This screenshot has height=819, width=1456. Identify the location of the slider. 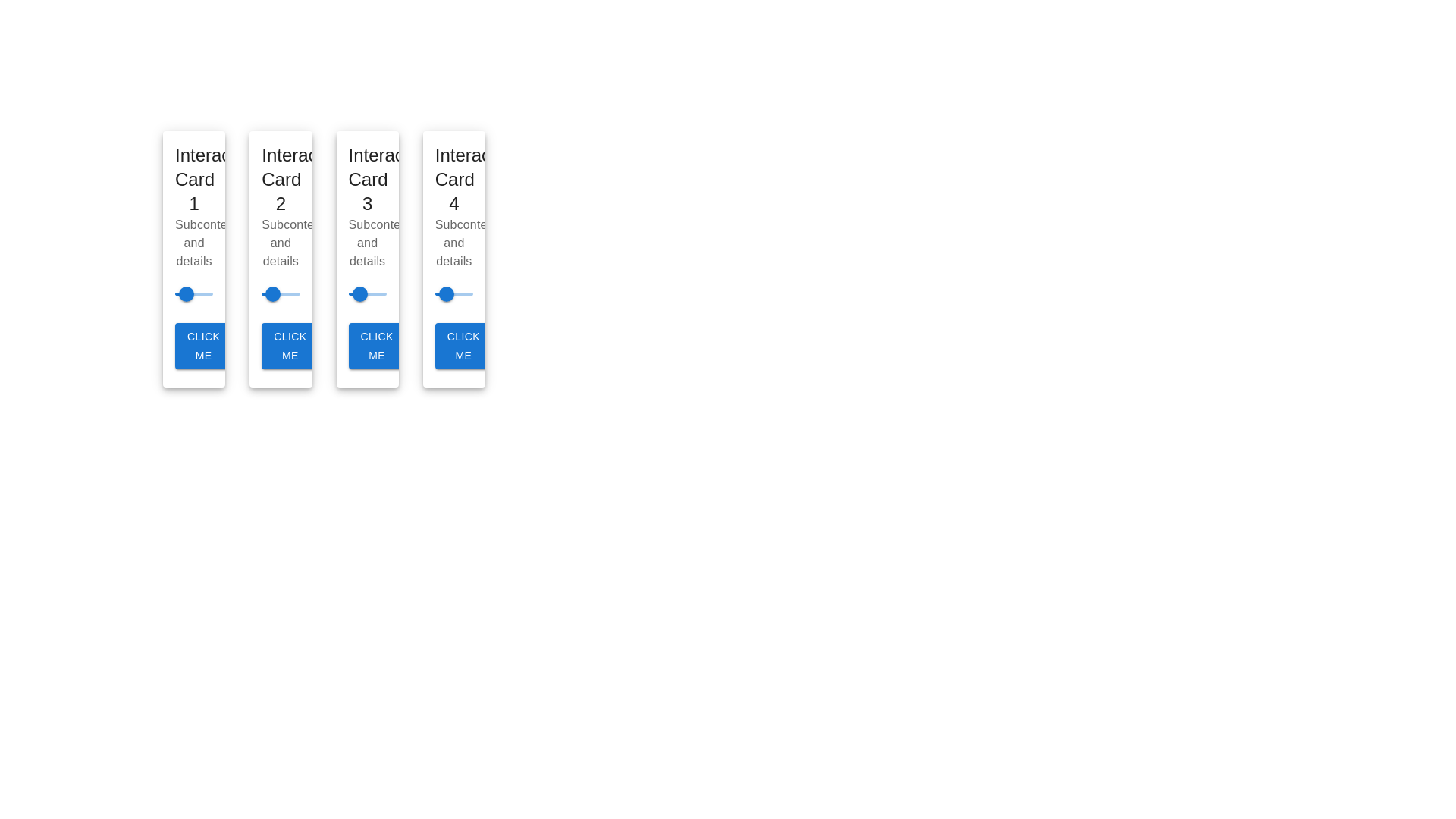
(276, 294).